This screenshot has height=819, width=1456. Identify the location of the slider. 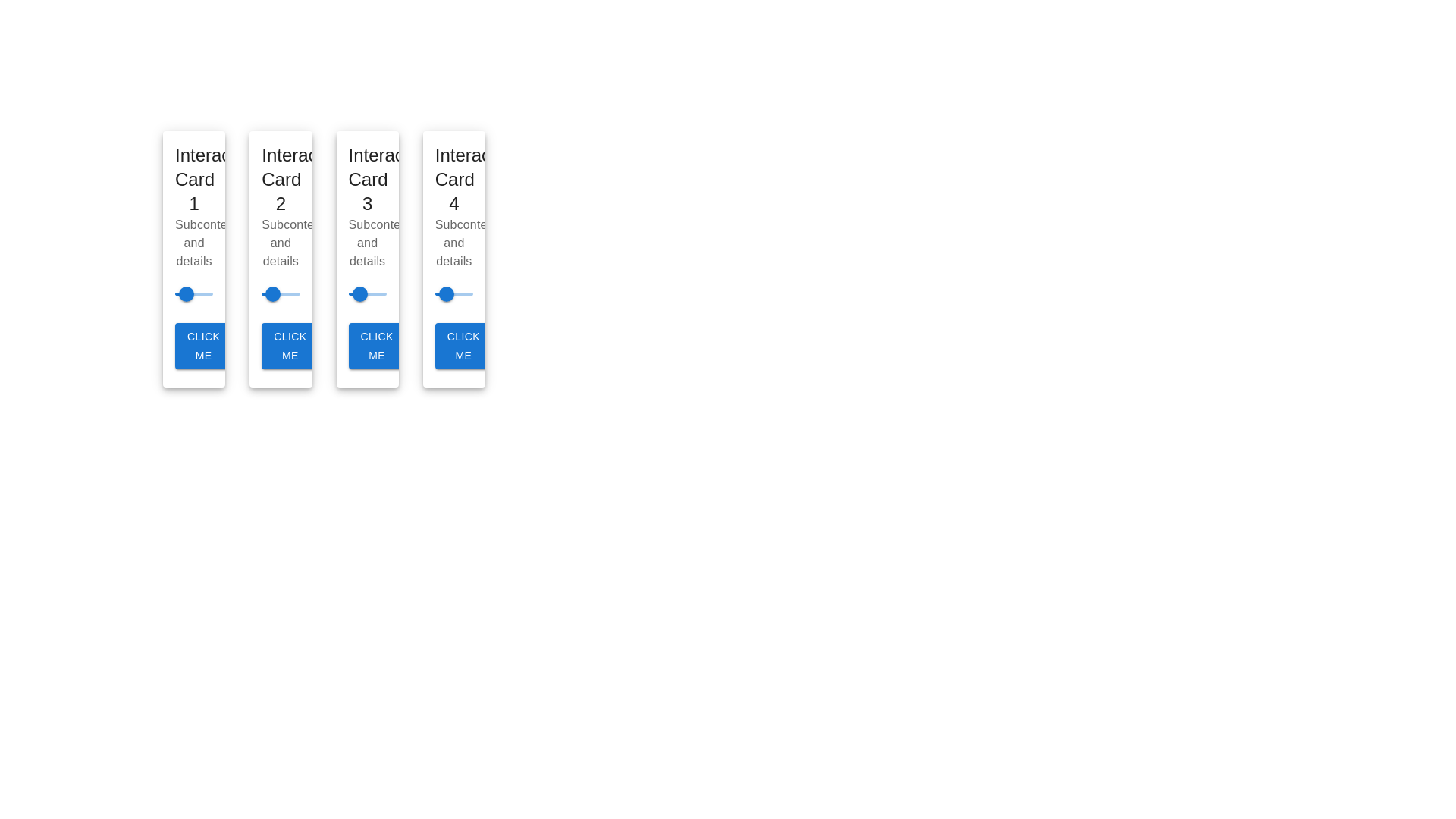
(276, 294).